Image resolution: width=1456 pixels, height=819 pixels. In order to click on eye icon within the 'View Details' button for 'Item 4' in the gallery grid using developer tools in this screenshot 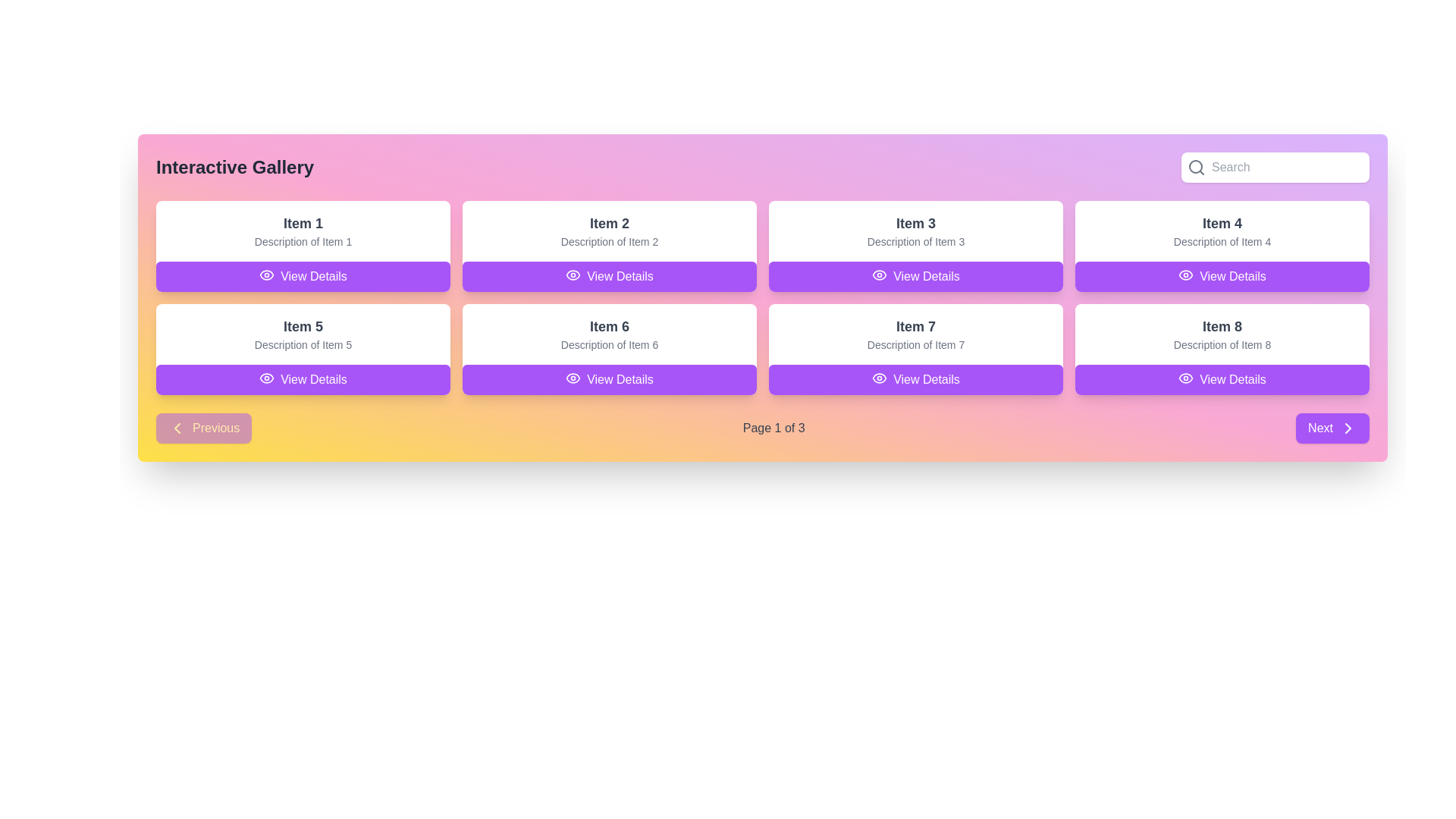, I will do `click(1185, 275)`.